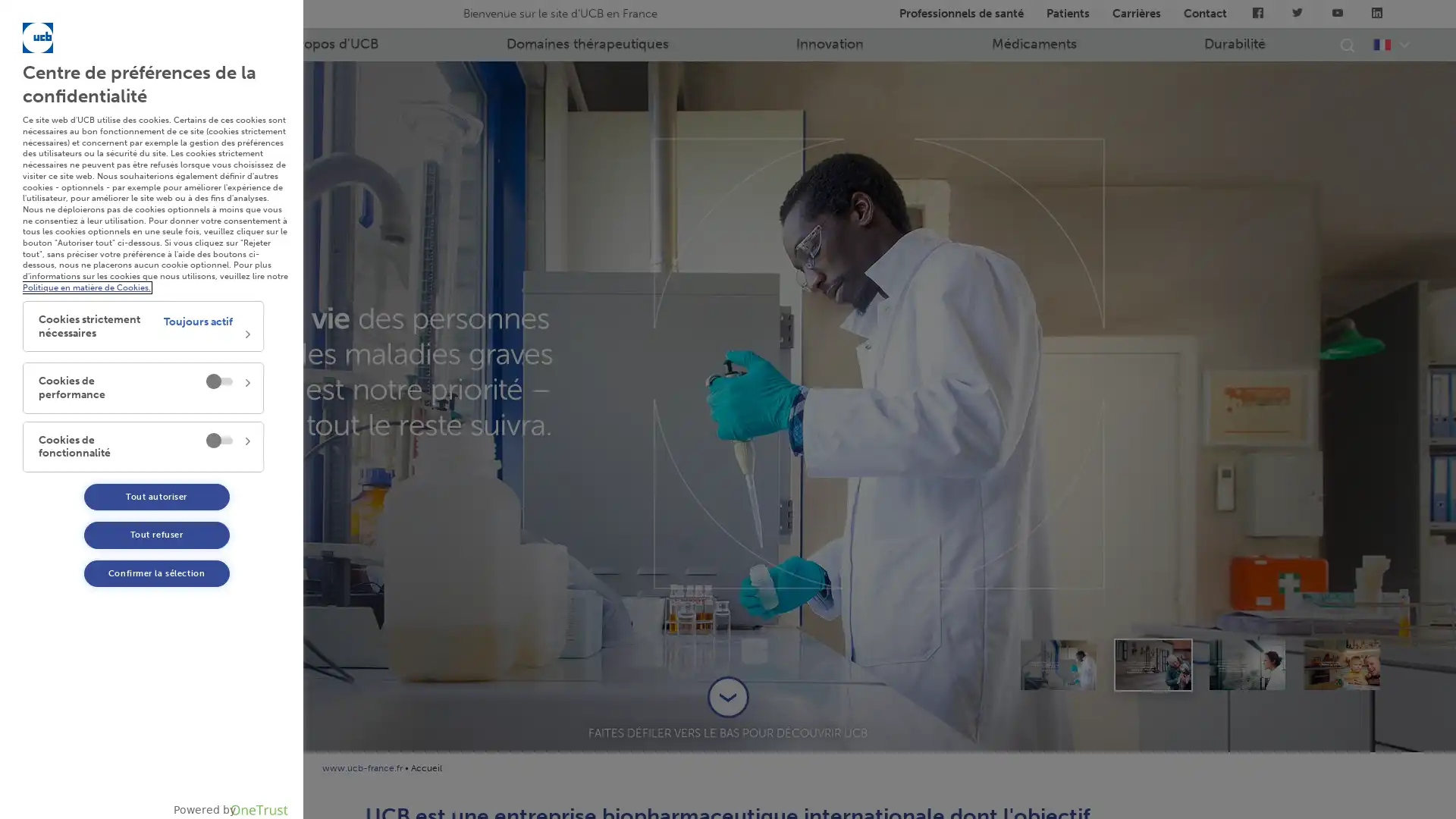  I want to click on Tout autoriser, so click(156, 497).